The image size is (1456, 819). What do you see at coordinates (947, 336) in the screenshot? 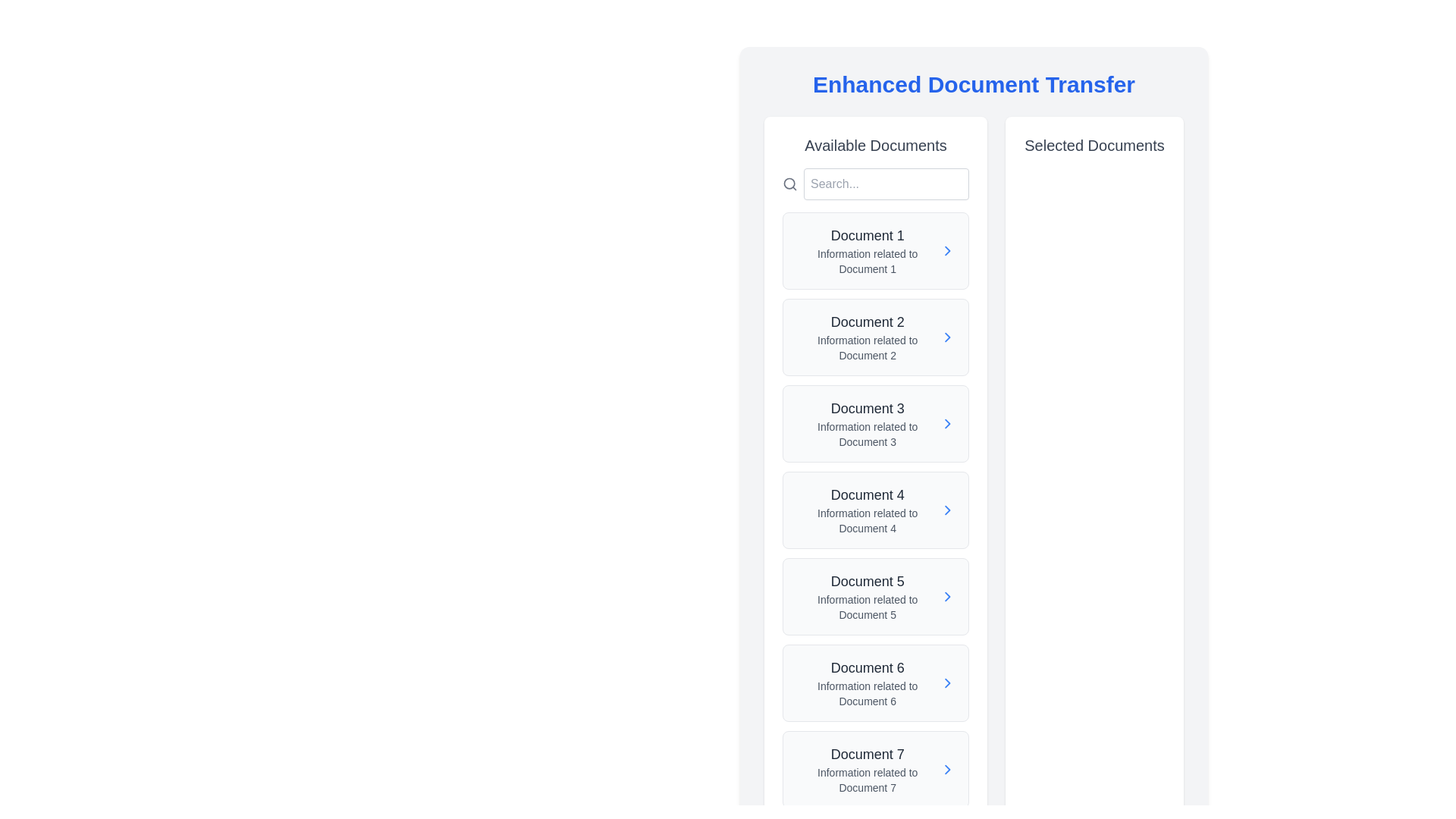
I see `the blue chevron icon/button located at the right edge of the 'Document 2' card to observe its state change` at bounding box center [947, 336].